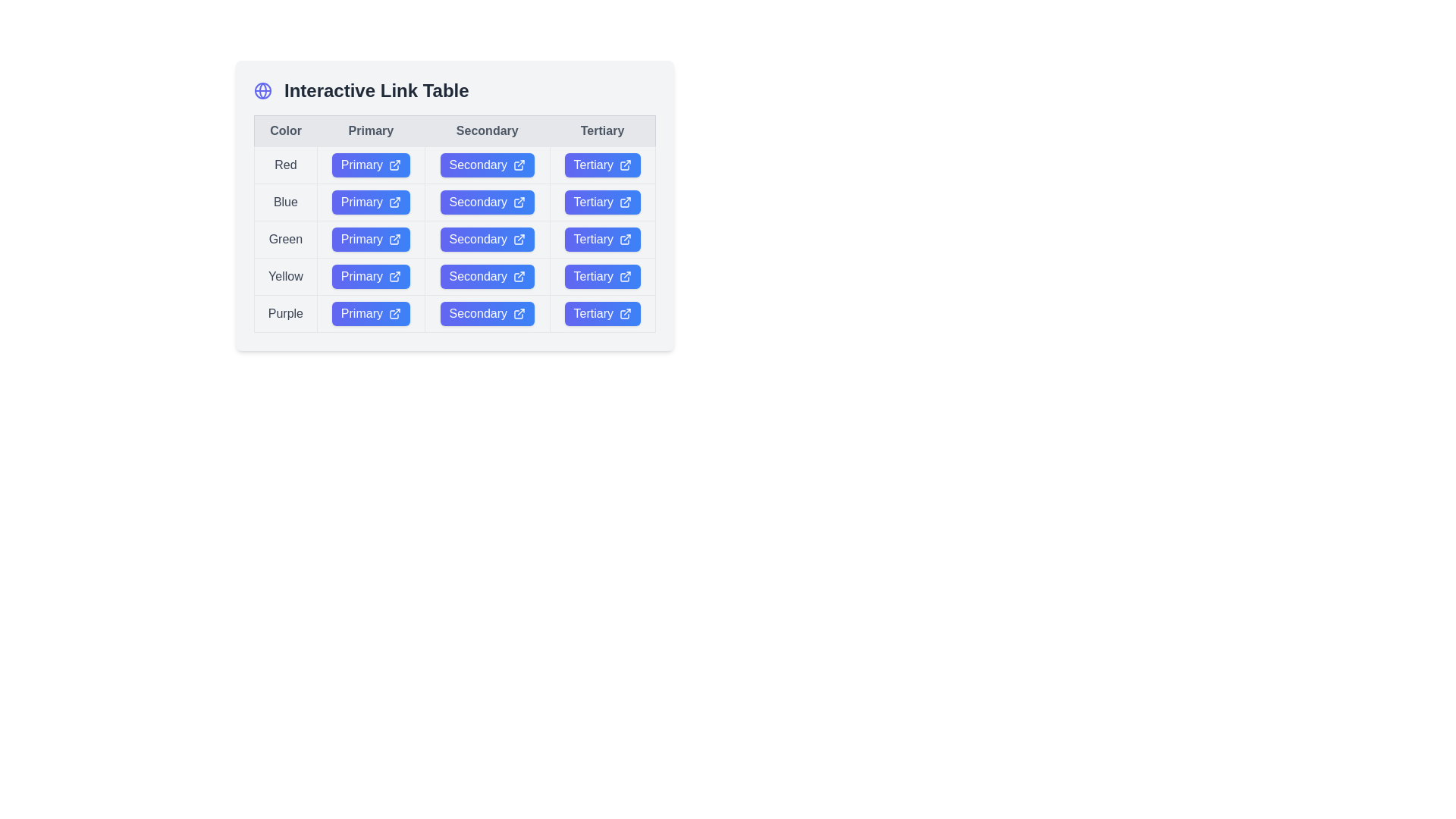 This screenshot has height=819, width=1456. What do you see at coordinates (592, 312) in the screenshot?
I see `label text within the interactive button located in the fifth row and third column of the table layout` at bounding box center [592, 312].